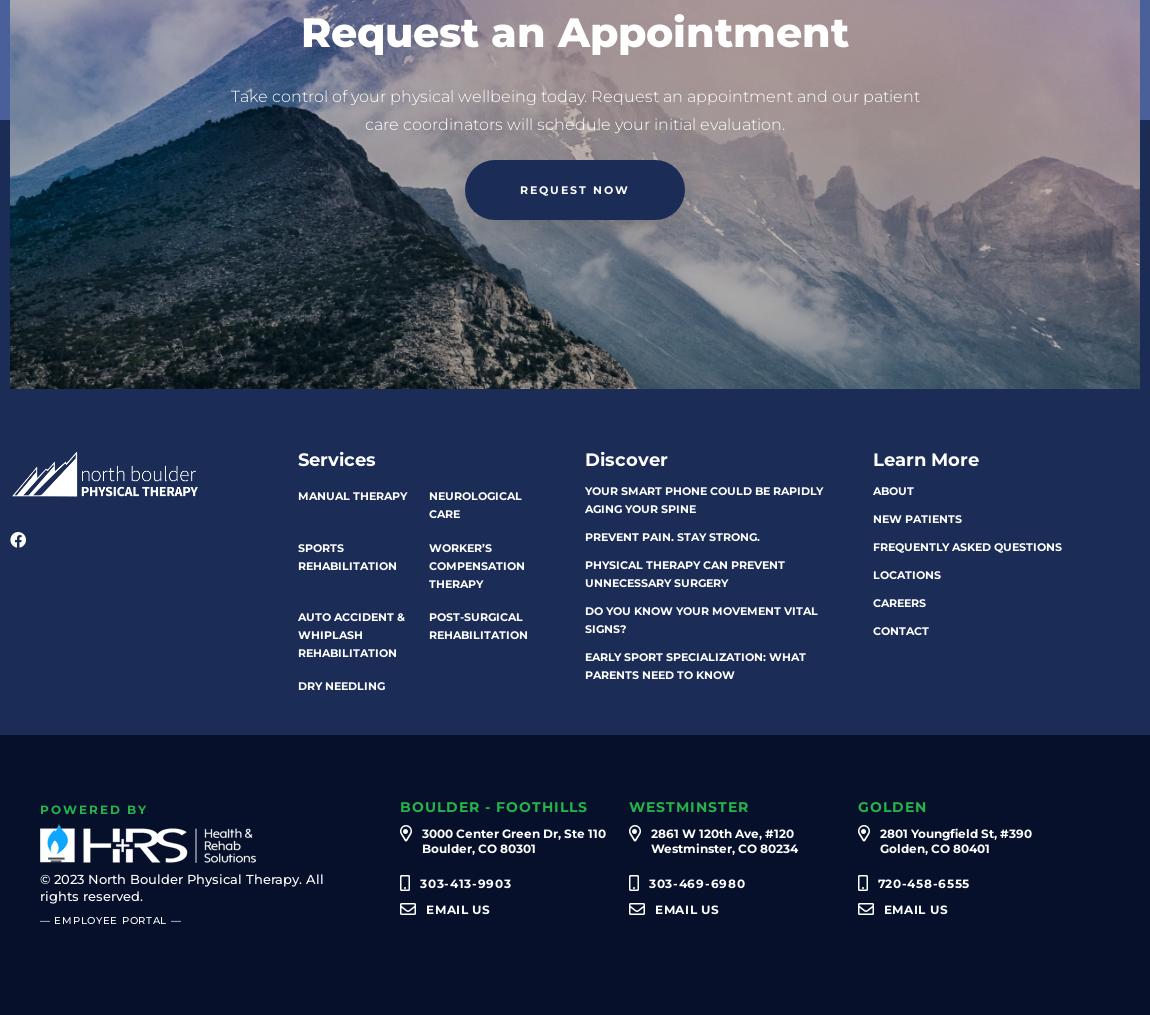 The image size is (1150, 1015). I want to click on 'Golden', so click(855, 807).